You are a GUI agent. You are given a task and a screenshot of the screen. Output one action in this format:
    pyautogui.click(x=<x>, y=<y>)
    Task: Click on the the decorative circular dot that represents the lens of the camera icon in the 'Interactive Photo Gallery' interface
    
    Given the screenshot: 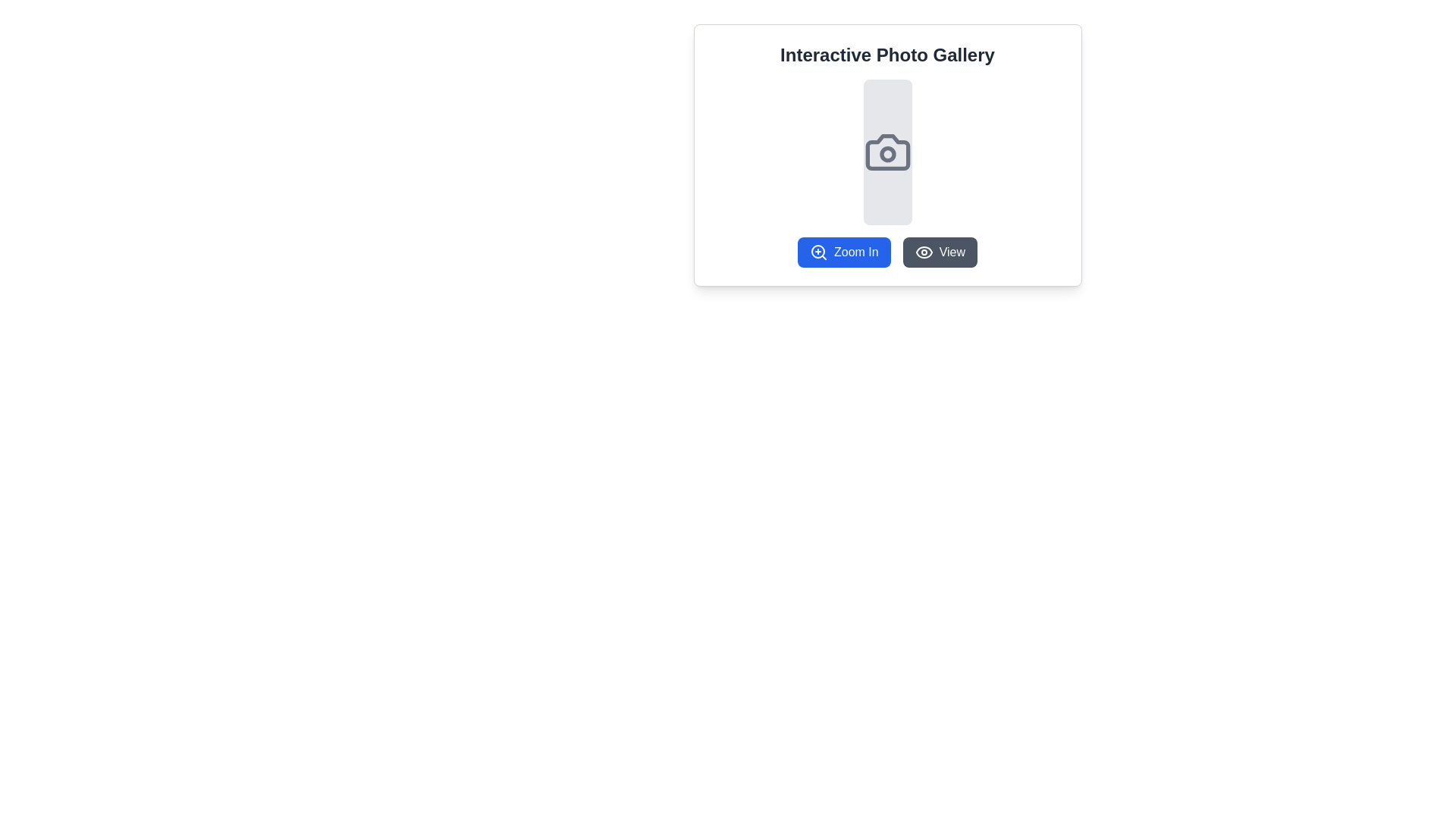 What is the action you would take?
    pyautogui.click(x=887, y=154)
    